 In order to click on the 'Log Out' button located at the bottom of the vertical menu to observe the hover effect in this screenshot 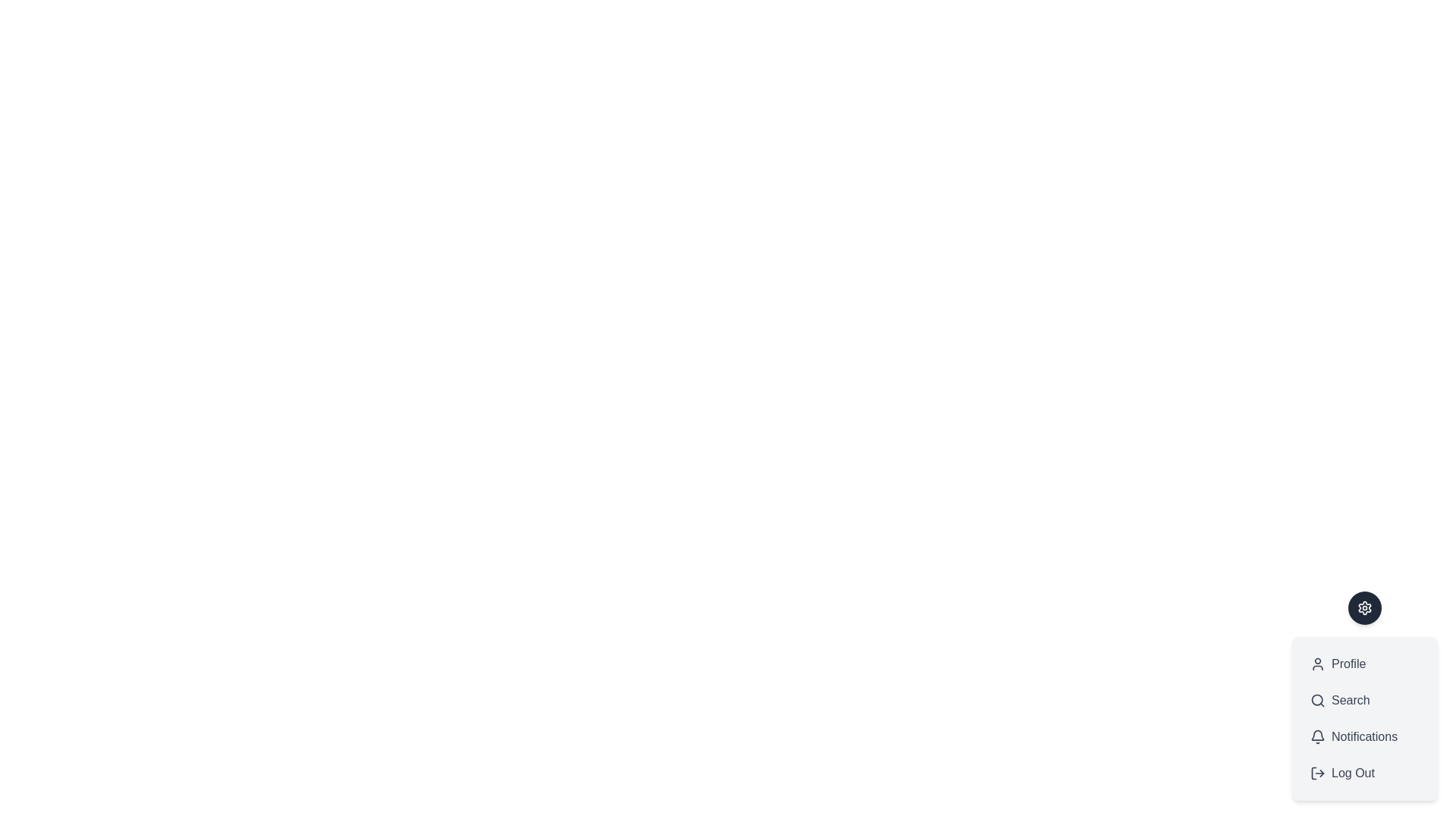, I will do `click(1365, 773)`.